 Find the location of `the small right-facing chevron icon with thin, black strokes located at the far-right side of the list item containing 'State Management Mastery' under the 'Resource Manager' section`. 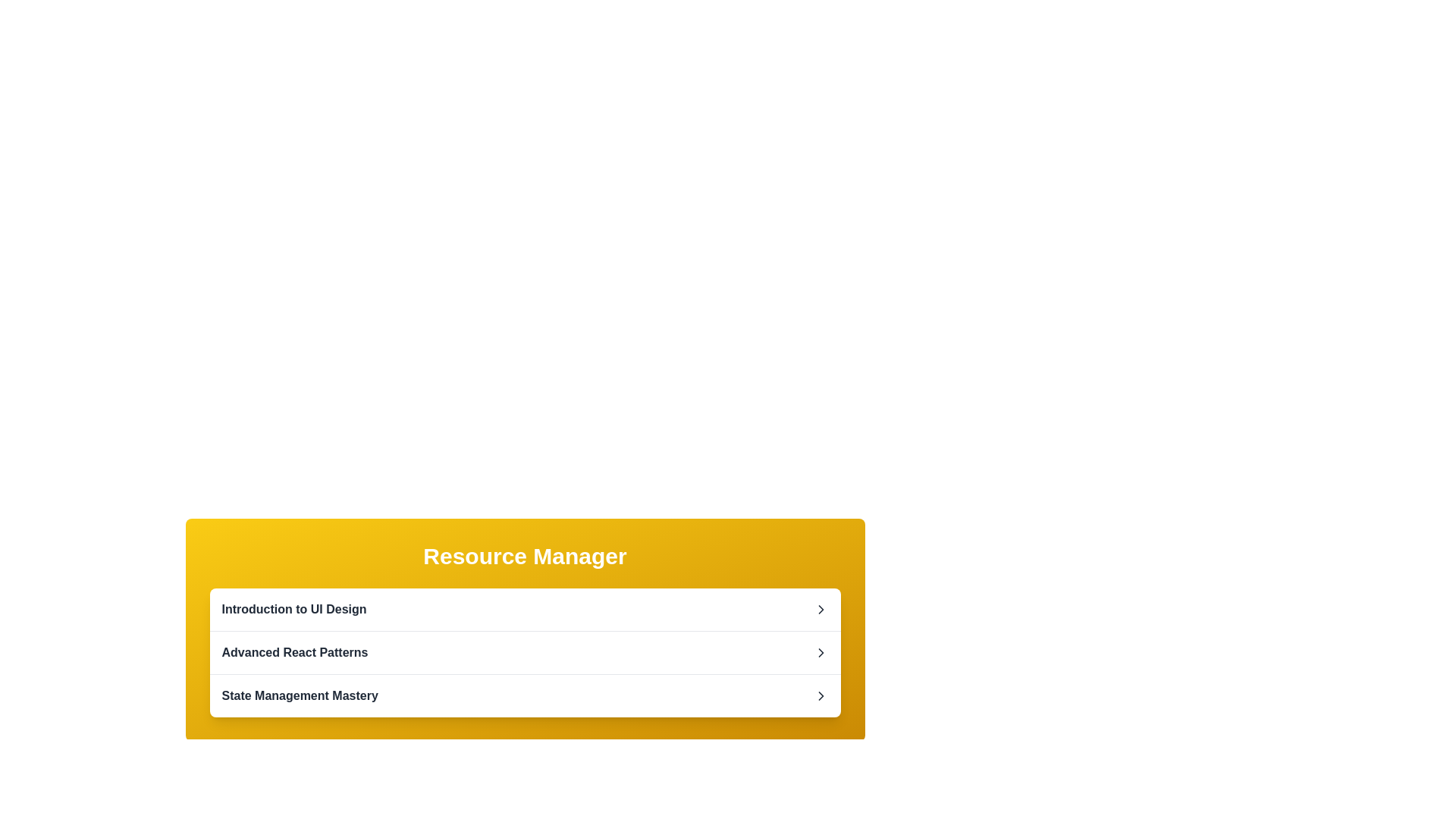

the small right-facing chevron icon with thin, black strokes located at the far-right side of the list item containing 'State Management Mastery' under the 'Resource Manager' section is located at coordinates (820, 696).